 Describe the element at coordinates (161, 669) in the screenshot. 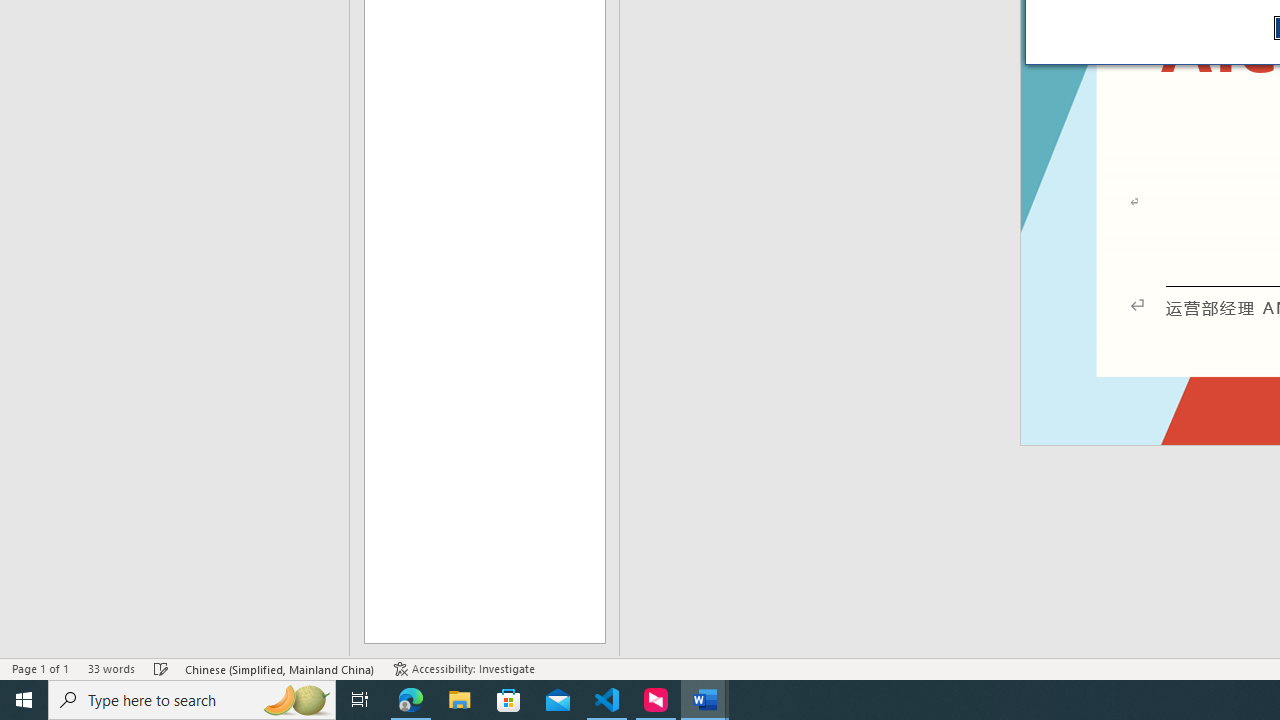

I see `'Spelling and Grammar Check Checking'` at that location.